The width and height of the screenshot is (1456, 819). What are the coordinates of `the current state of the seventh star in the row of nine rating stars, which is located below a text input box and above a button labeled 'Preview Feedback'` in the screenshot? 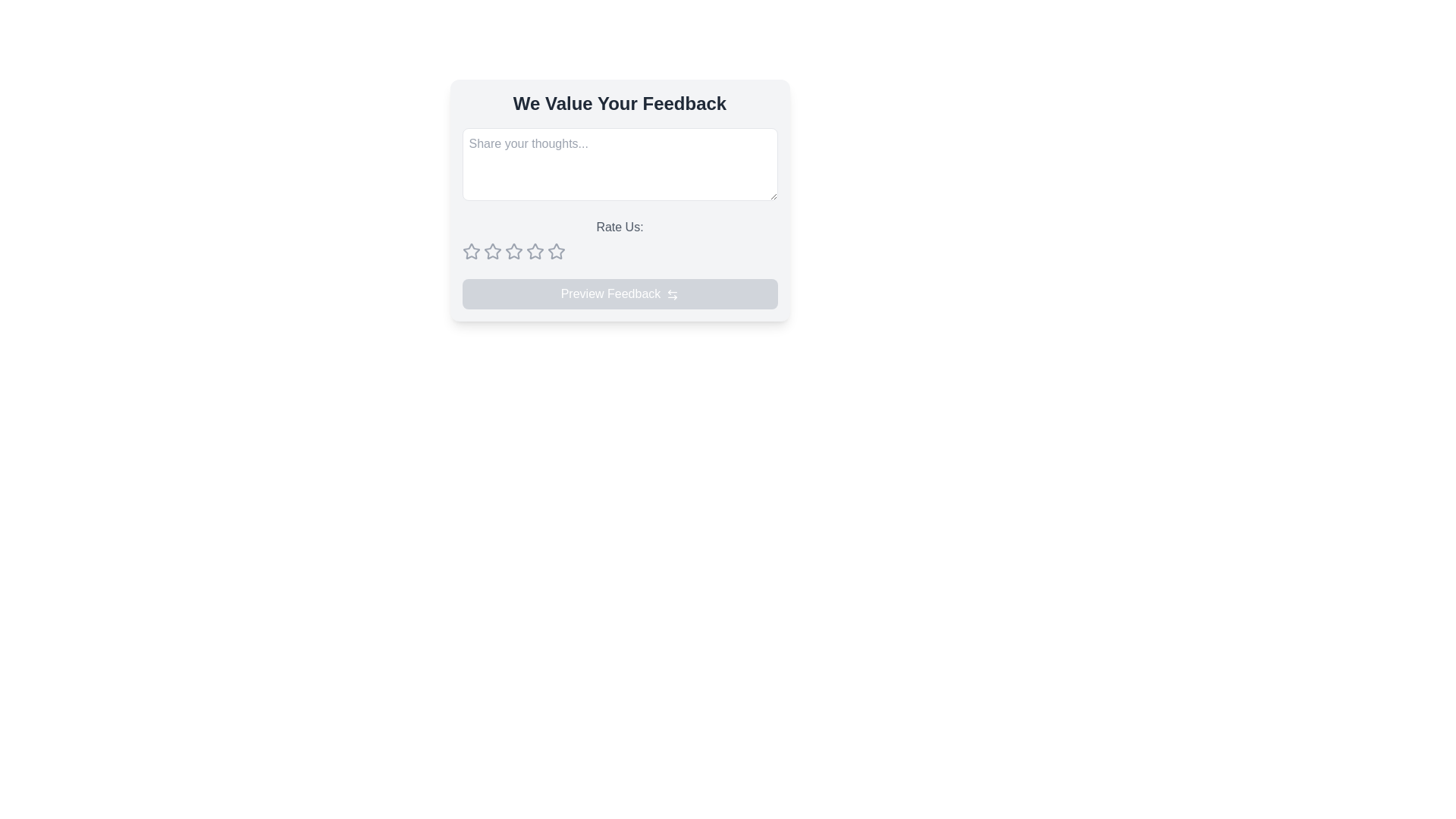 It's located at (555, 250).